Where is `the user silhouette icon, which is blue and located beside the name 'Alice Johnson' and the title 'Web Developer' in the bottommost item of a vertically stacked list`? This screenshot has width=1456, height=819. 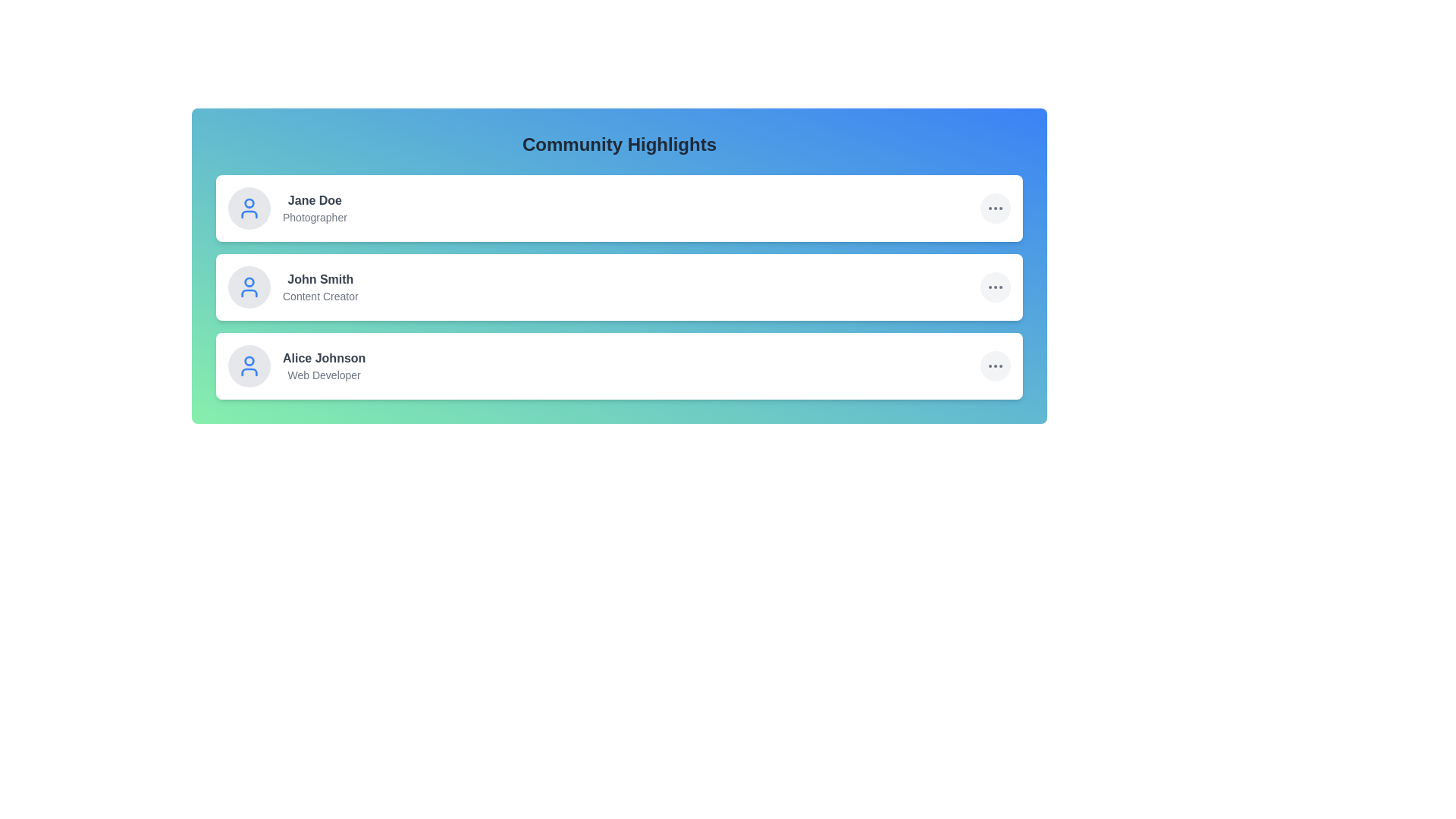 the user silhouette icon, which is blue and located beside the name 'Alice Johnson' and the title 'Web Developer' in the bottommost item of a vertically stacked list is located at coordinates (249, 366).